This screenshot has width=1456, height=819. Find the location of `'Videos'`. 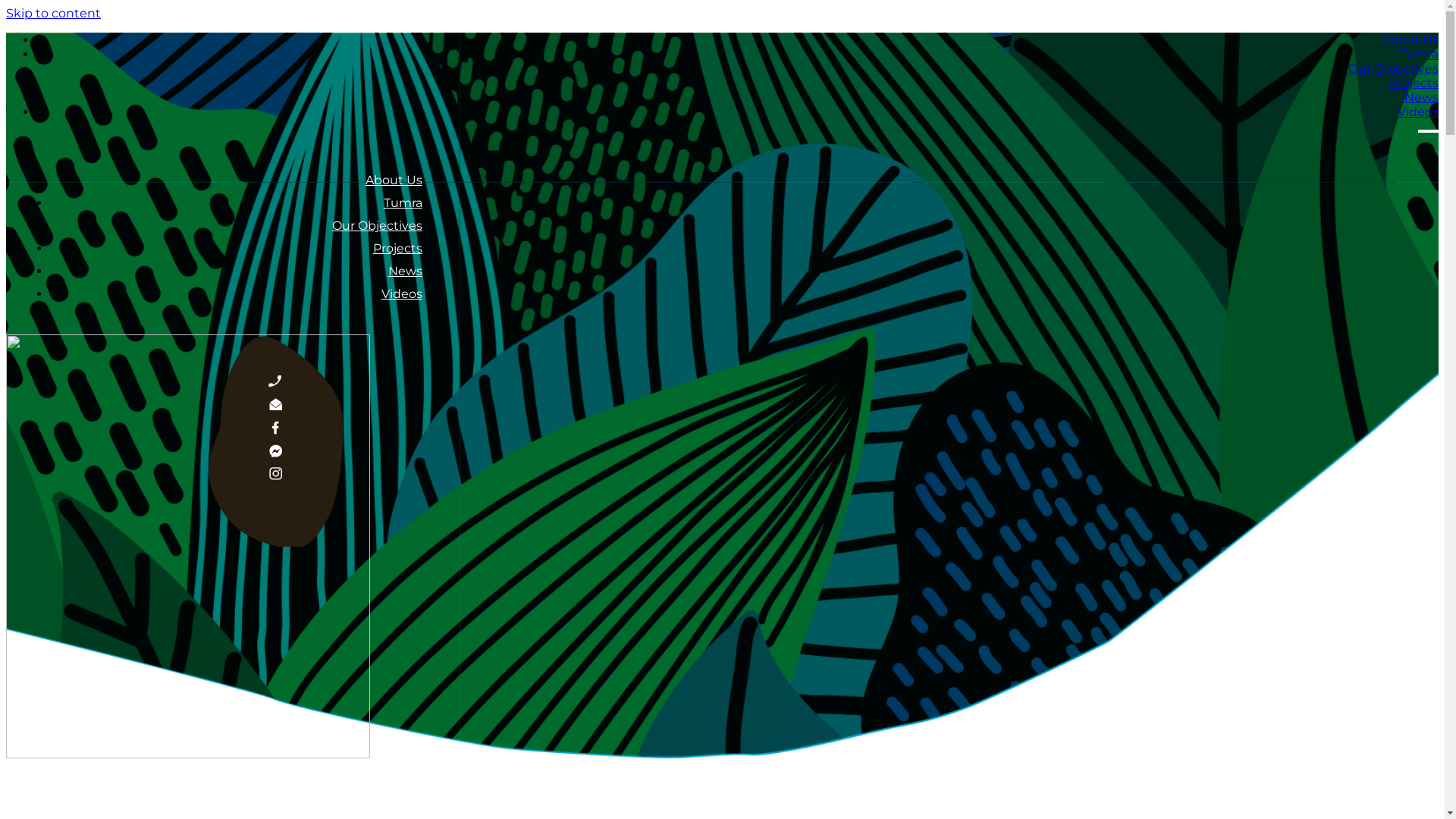

'Videos' is located at coordinates (1417, 111).